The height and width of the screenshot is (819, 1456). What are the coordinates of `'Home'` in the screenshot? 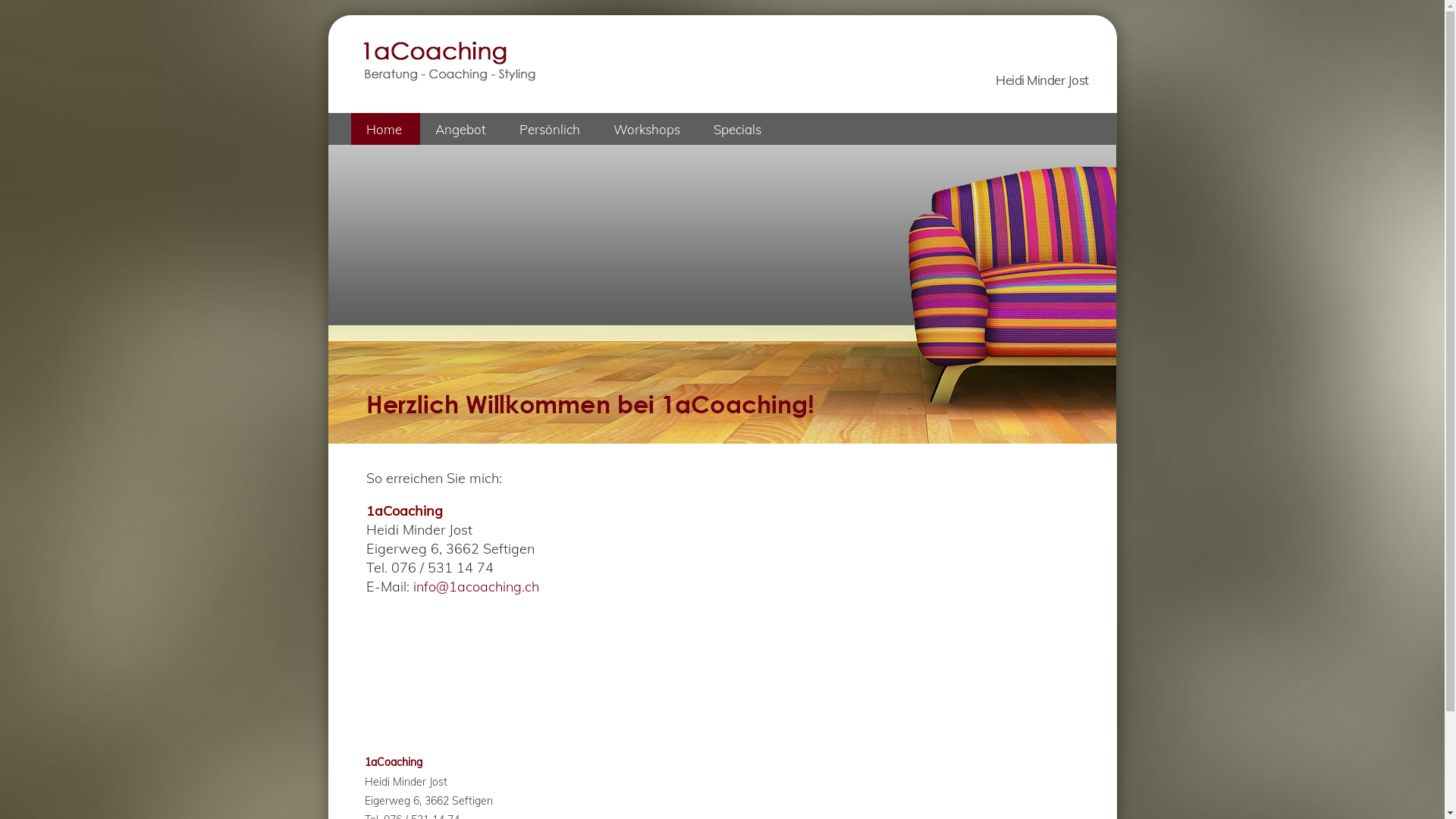 It's located at (384, 127).